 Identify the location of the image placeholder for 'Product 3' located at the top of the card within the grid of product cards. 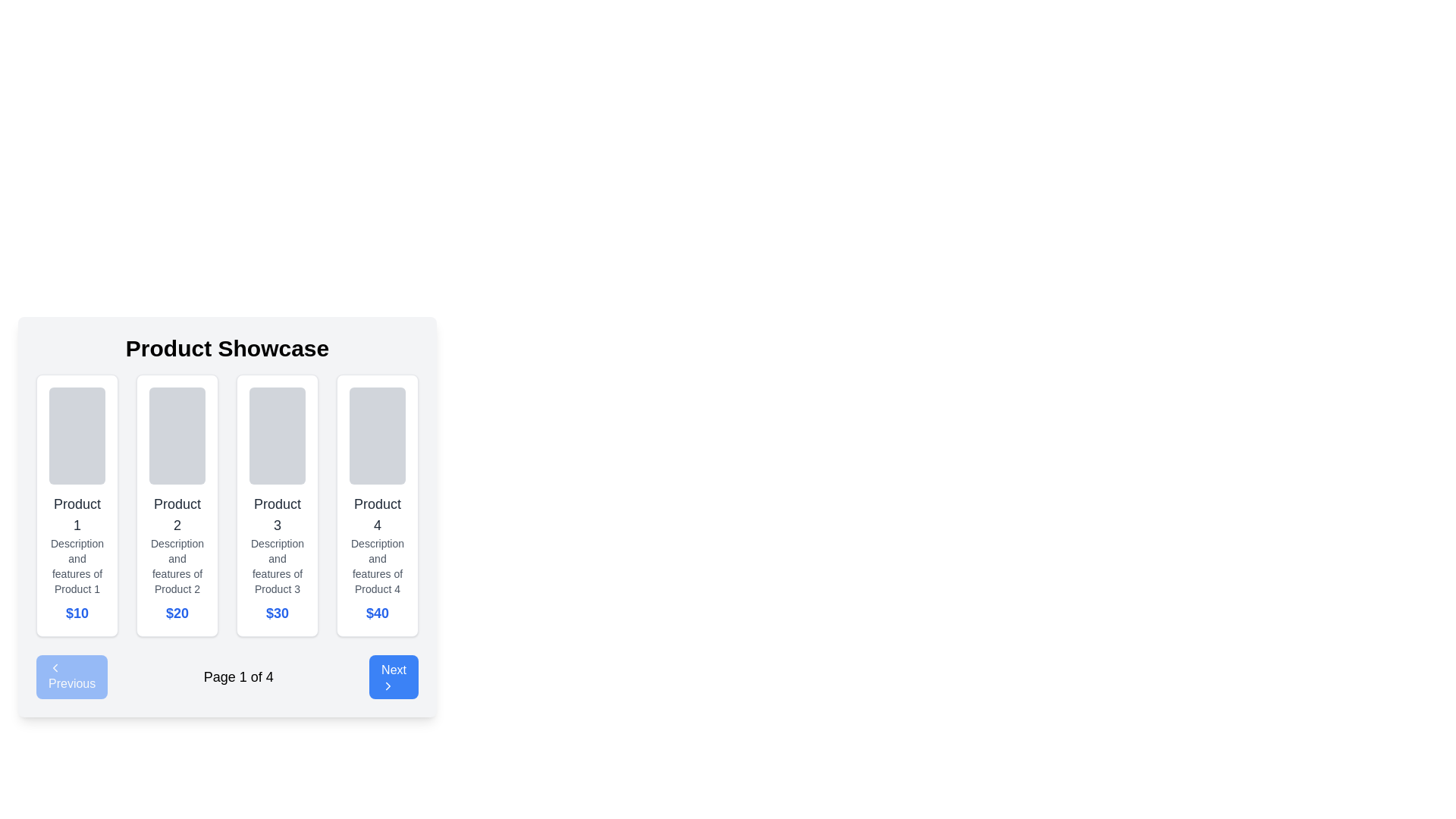
(277, 435).